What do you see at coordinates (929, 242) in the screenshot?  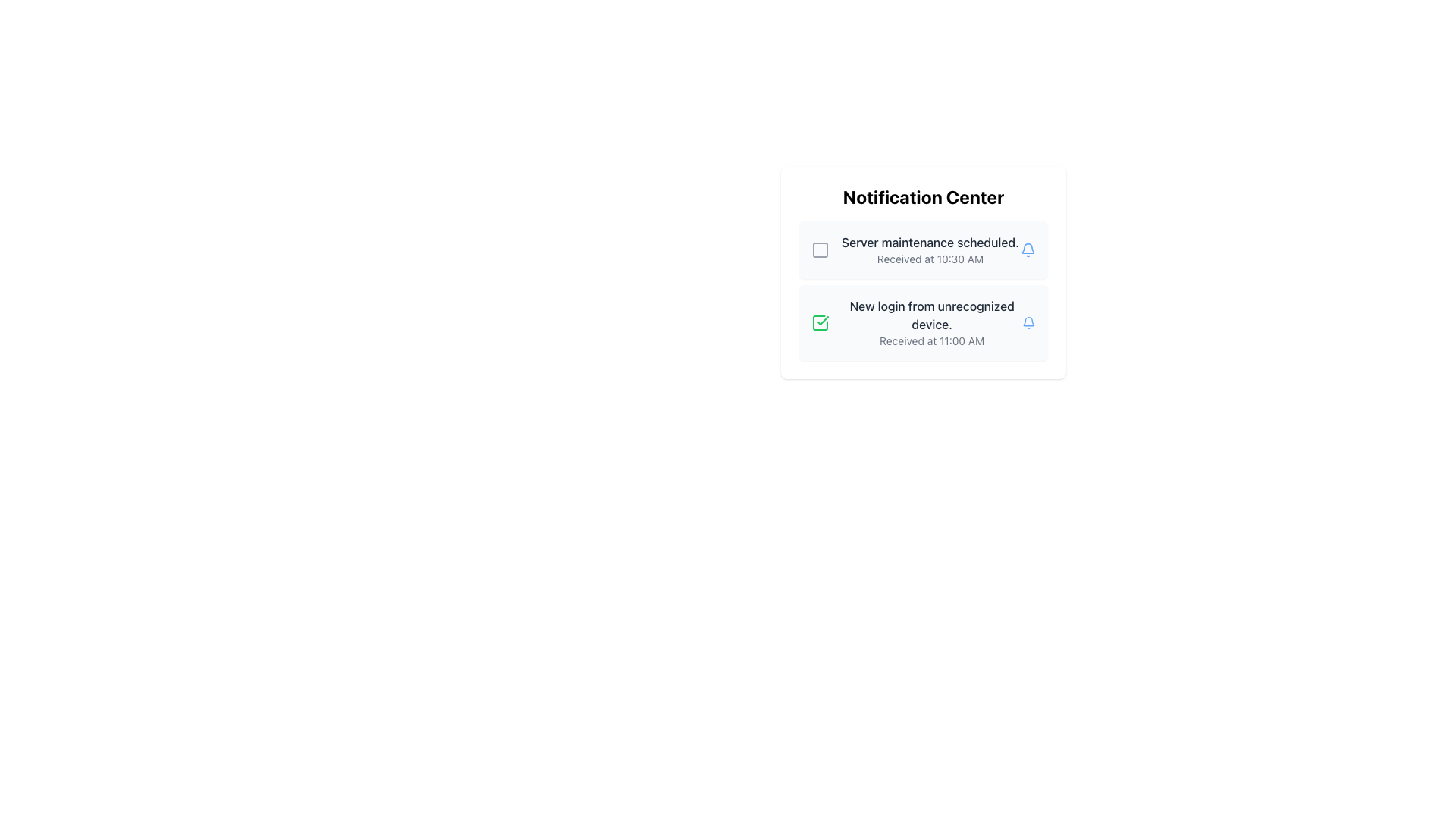 I see `the first line of text in the notification entry in the Notification Center, which describes the event or alert` at bounding box center [929, 242].